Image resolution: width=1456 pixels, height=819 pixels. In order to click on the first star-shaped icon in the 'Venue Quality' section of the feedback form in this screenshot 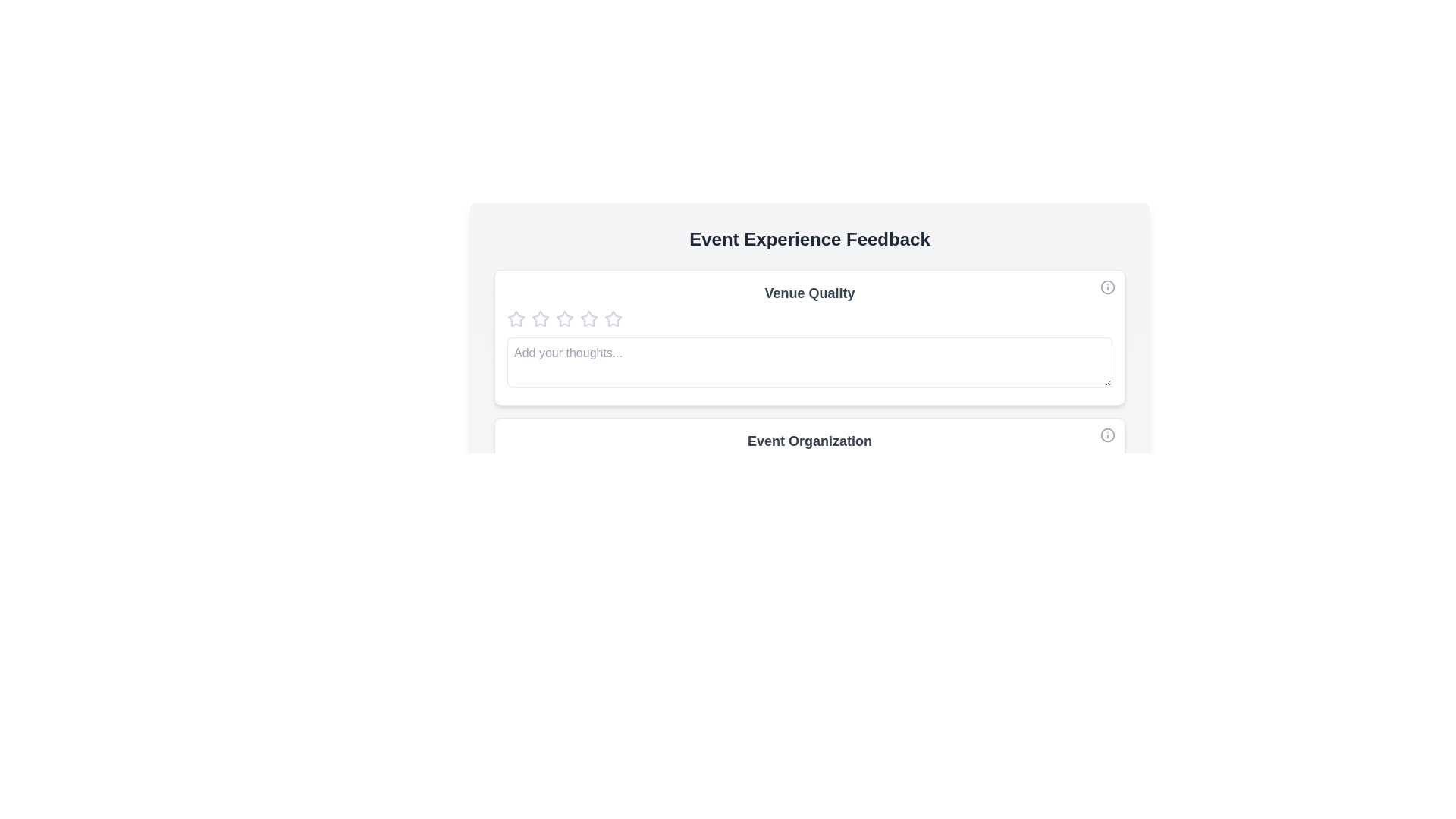, I will do `click(516, 318)`.